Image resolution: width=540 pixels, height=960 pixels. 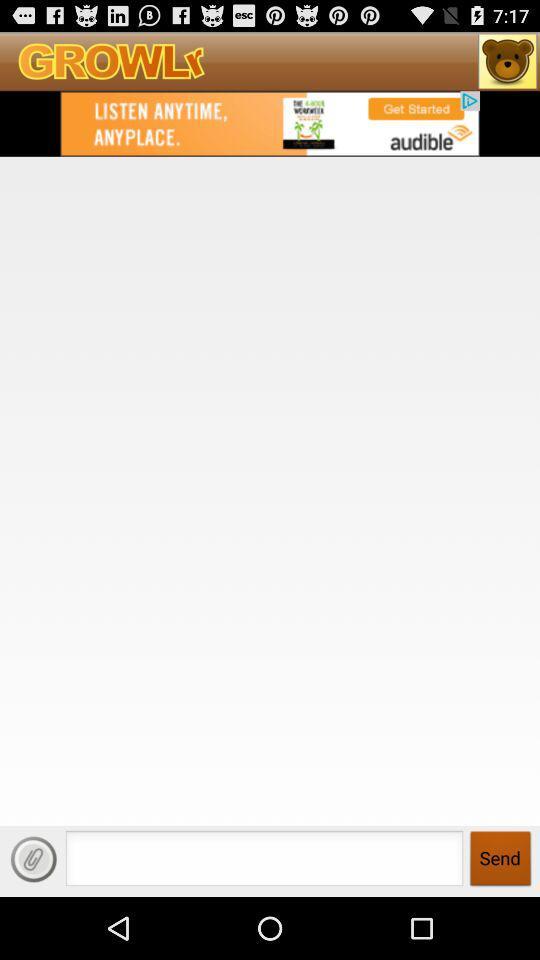 What do you see at coordinates (270, 122) in the screenshot?
I see `adds audible` at bounding box center [270, 122].